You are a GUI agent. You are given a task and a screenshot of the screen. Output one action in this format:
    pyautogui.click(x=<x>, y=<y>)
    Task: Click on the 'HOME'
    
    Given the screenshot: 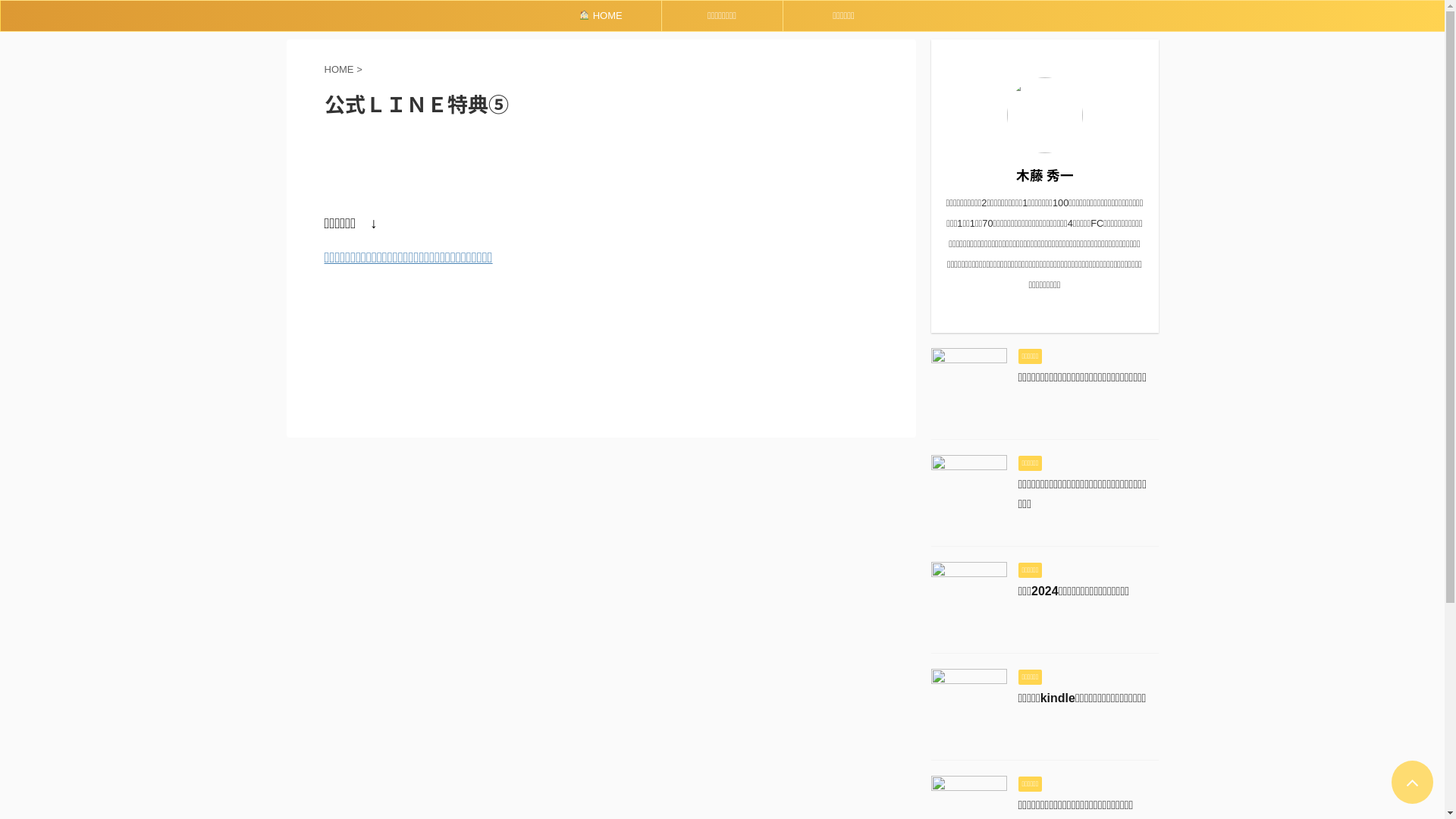 What is the action you would take?
    pyautogui.click(x=340, y=69)
    